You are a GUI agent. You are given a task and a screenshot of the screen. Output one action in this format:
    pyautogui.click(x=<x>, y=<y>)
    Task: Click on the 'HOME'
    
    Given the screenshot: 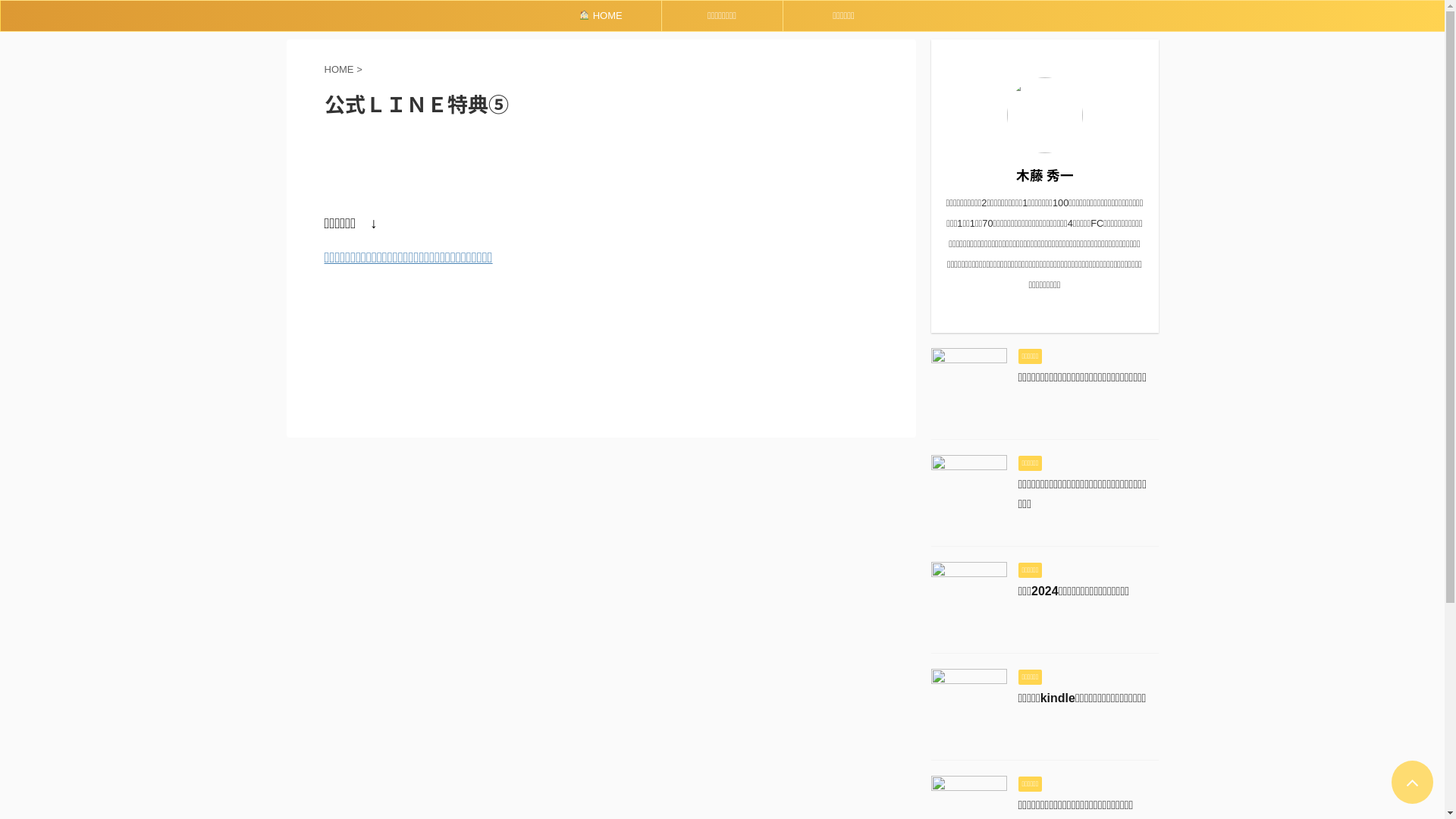 What is the action you would take?
    pyautogui.click(x=340, y=69)
    